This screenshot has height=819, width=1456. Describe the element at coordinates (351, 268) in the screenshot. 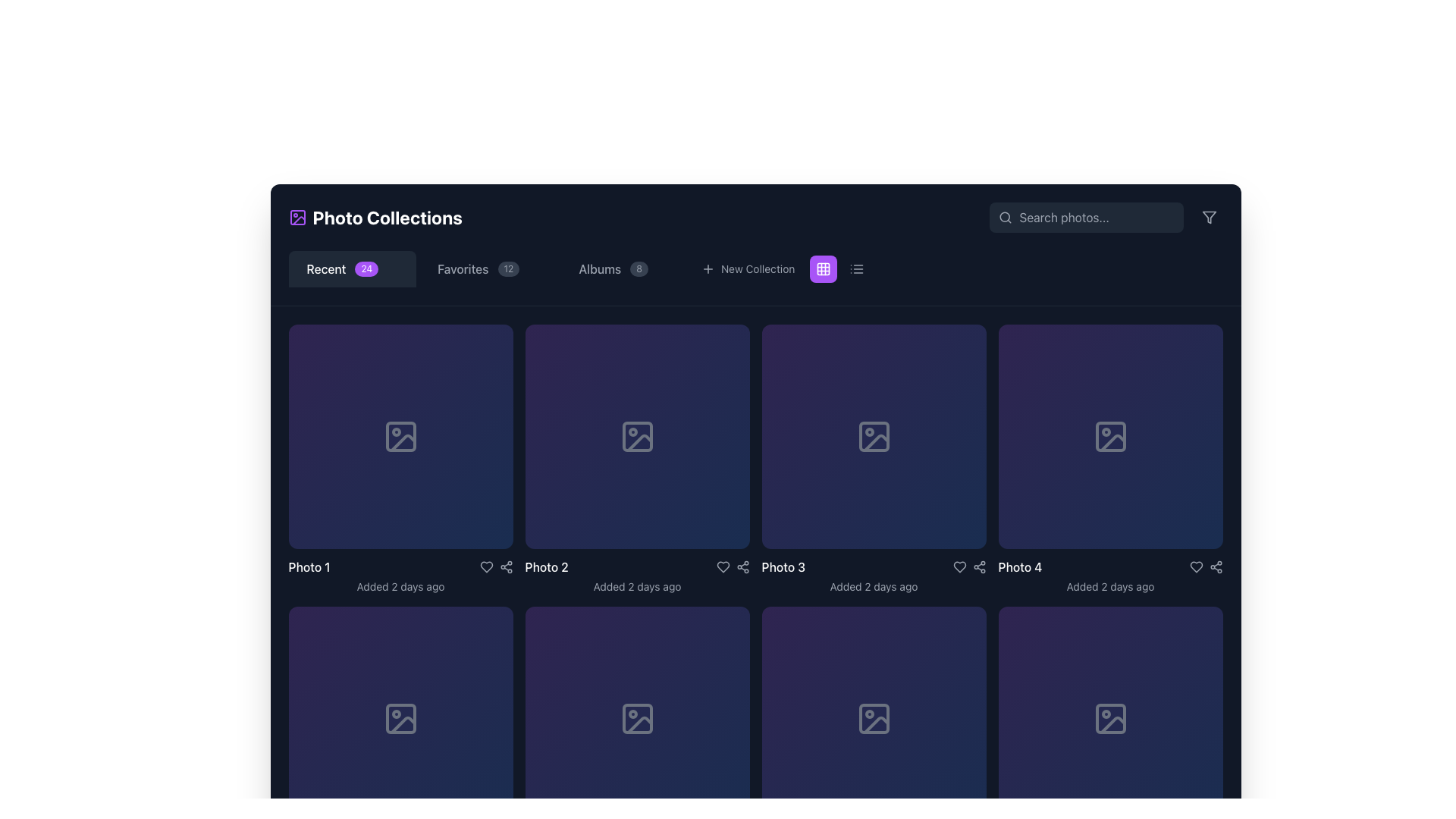

I see `the first button in the horizontal list of navigation tabs located beneath the 'Photo Collections' header to navigate to it` at that location.